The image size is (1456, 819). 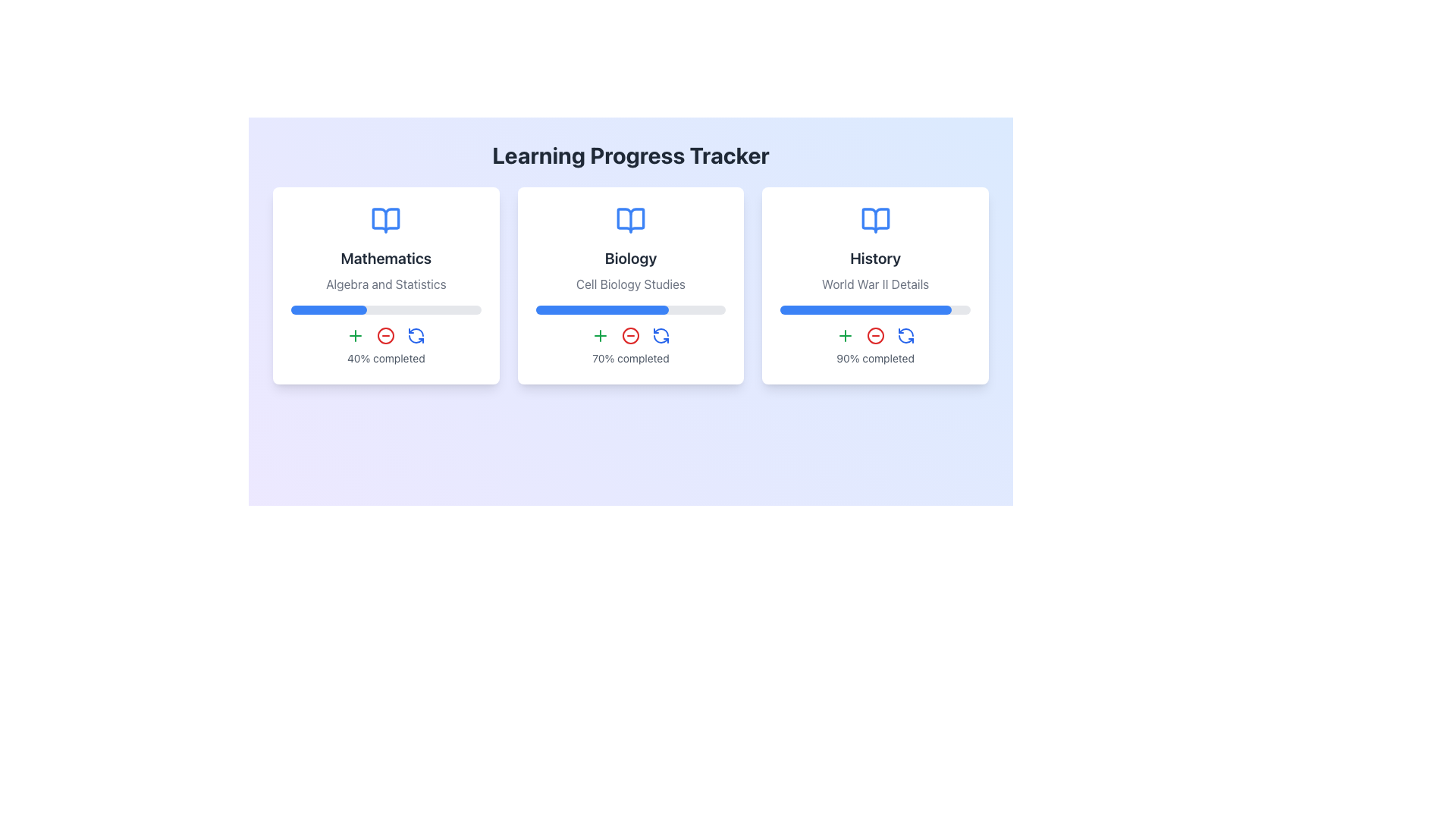 What do you see at coordinates (386, 220) in the screenshot?
I see `the blue open book icon located at the top-center of the 'Mathematics' card, which displays the title 'Mathematics' and subtitle 'Algebra and Statistics'` at bounding box center [386, 220].